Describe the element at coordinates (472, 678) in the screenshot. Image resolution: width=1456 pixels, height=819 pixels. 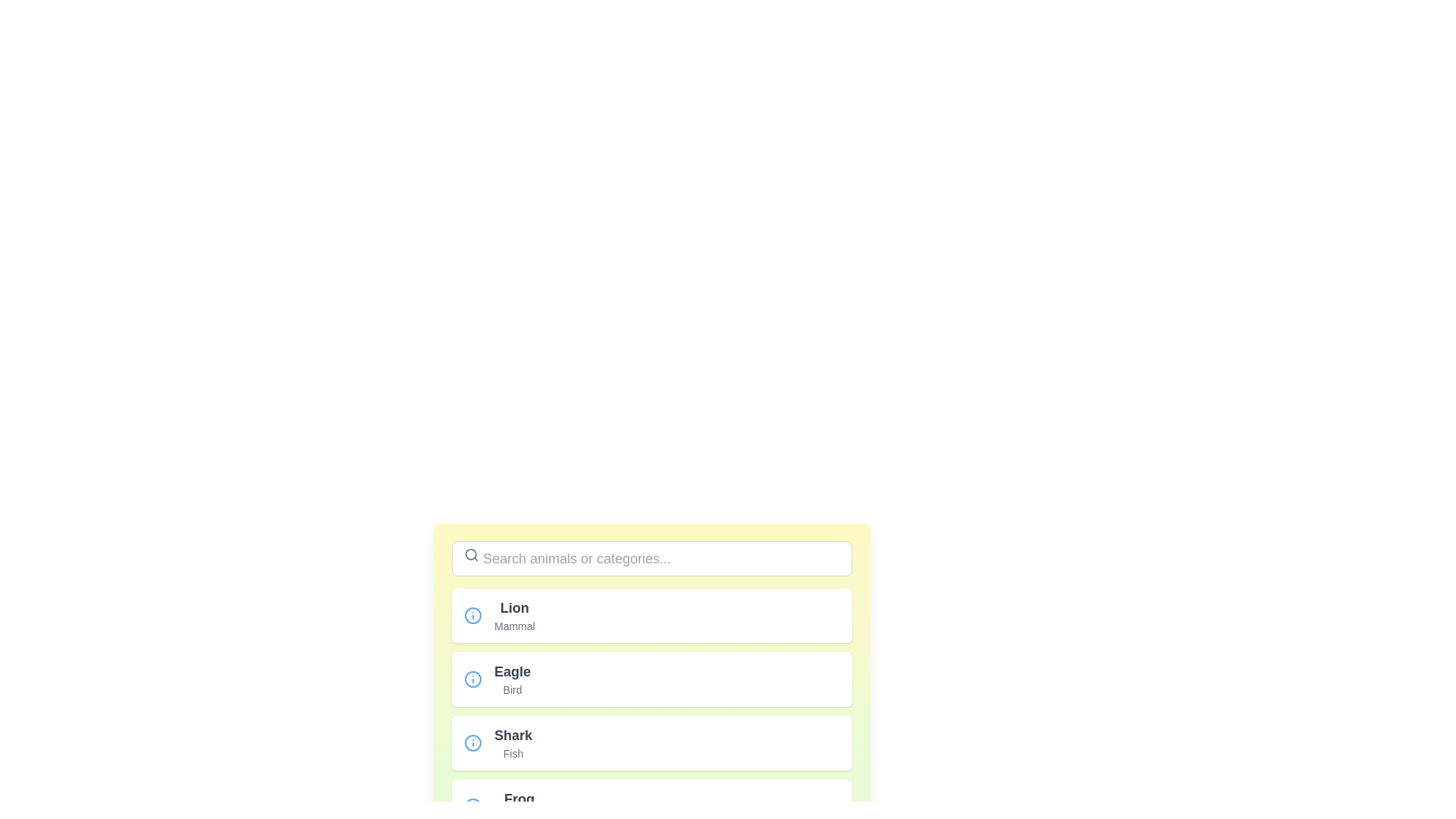
I see `the circular icon with a thin blue border and a white fill, which represents the 'Eagle' entry in the list` at that location.